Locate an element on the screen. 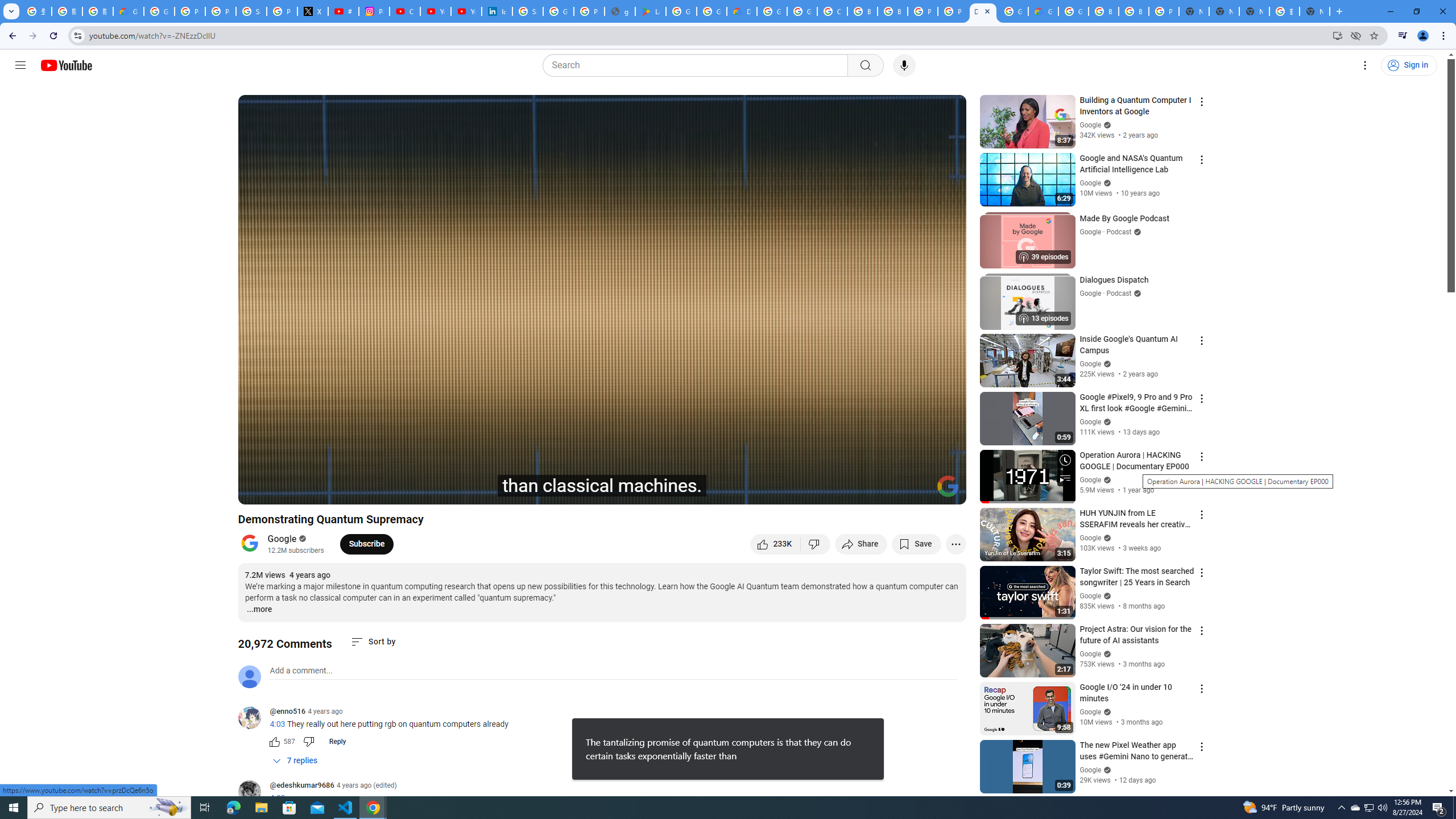  '@enno516' is located at coordinates (287, 712).